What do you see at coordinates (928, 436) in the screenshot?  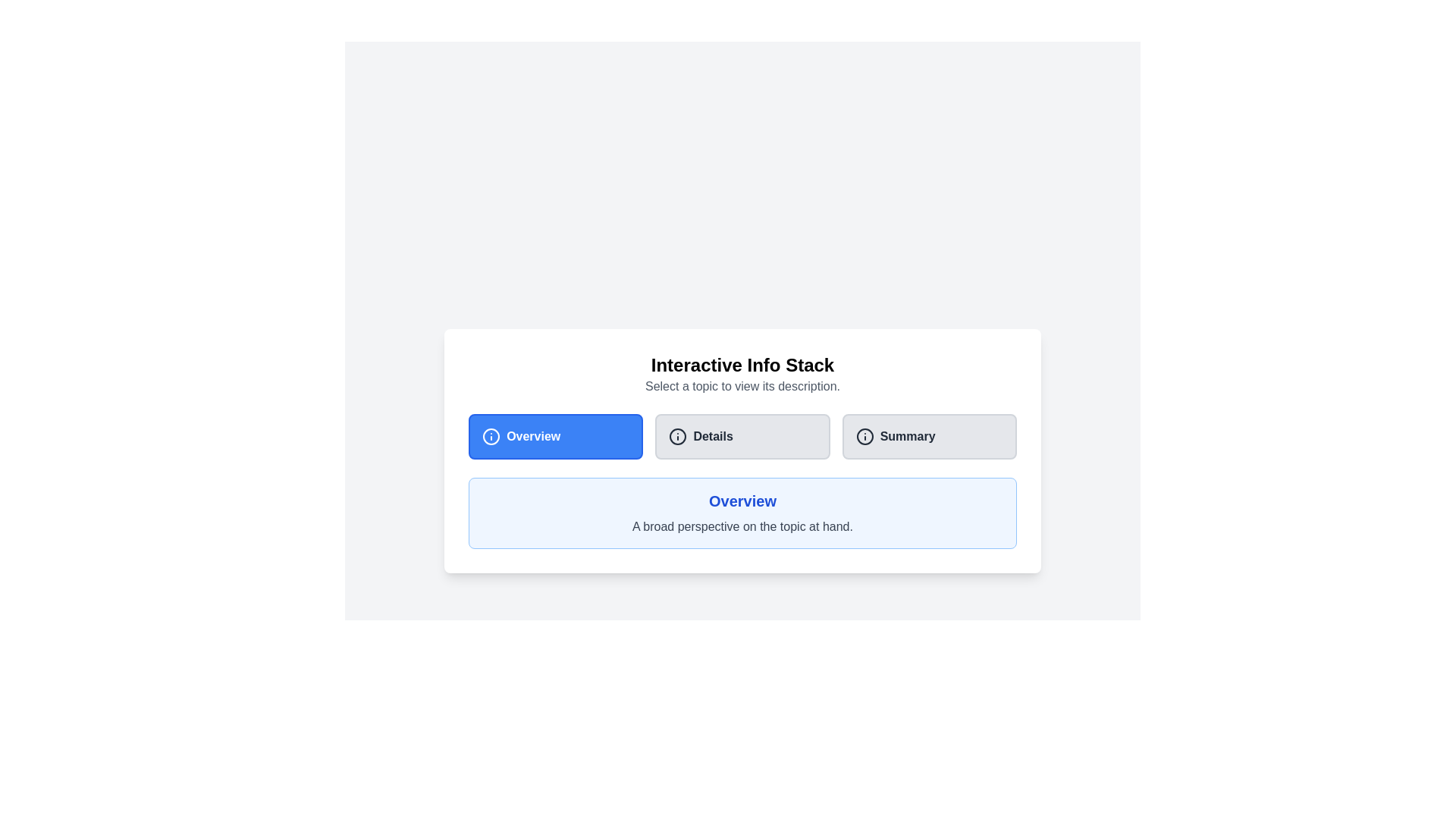 I see `the 'Summary' button, which is a rounded rectangular button with a light gray background and medium-gray text` at bounding box center [928, 436].